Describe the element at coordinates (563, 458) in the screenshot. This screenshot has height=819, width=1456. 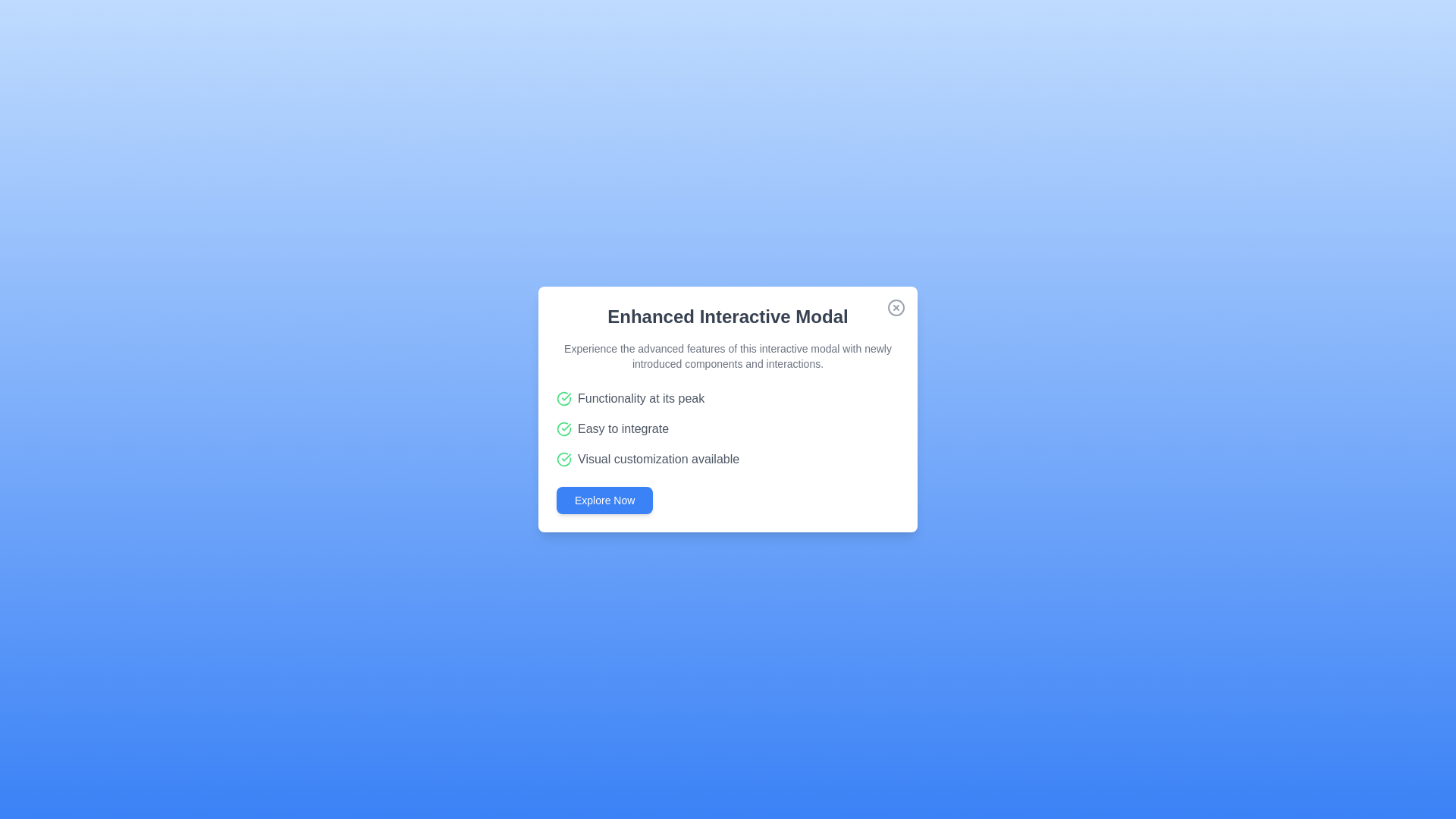
I see `the visual feedback of the green-bordered check icon aligned with the text 'Functionality at its peak' in the modal window` at that location.